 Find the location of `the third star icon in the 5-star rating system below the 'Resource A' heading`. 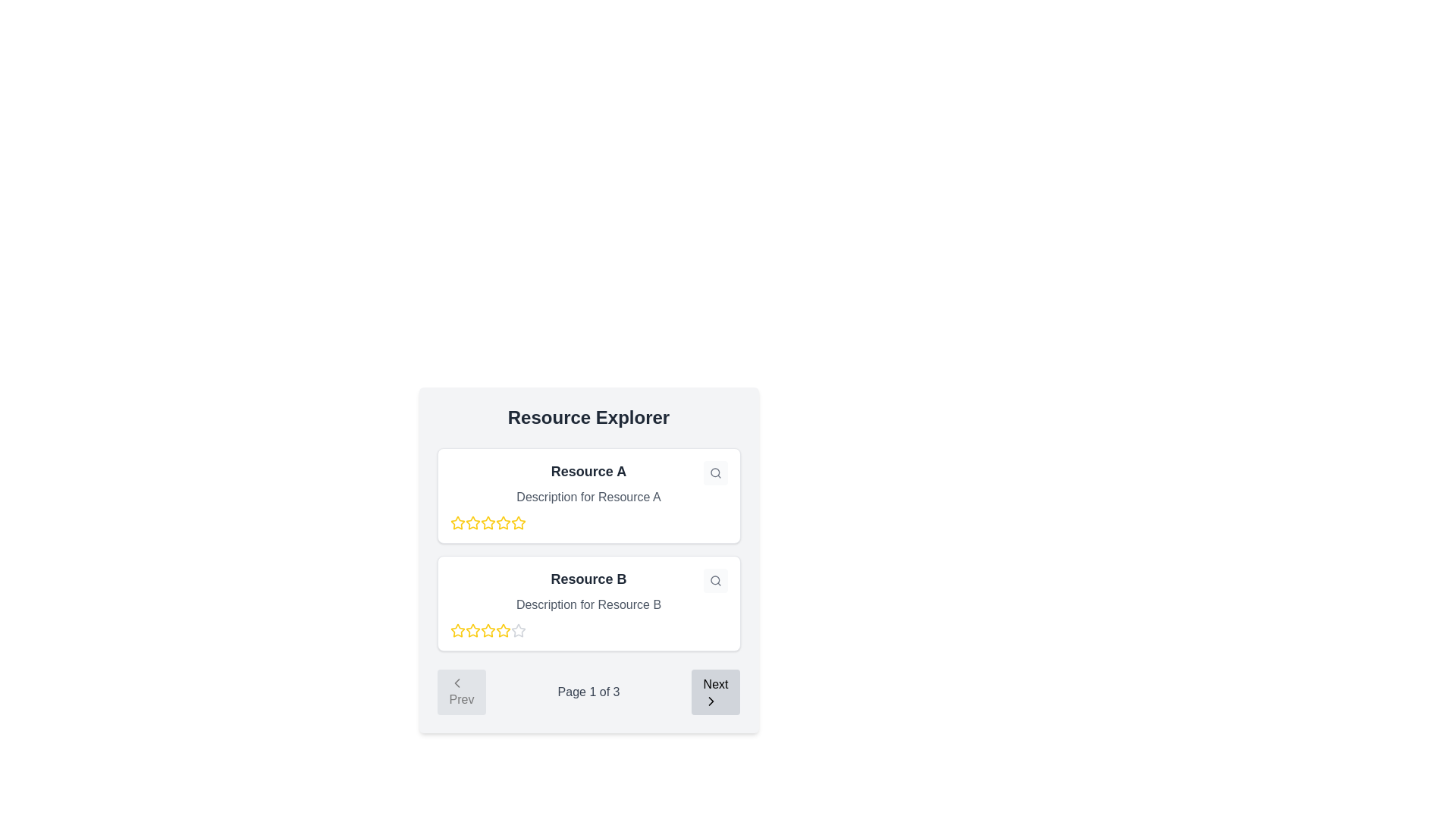

the third star icon in the 5-star rating system below the 'Resource A' heading is located at coordinates (503, 522).